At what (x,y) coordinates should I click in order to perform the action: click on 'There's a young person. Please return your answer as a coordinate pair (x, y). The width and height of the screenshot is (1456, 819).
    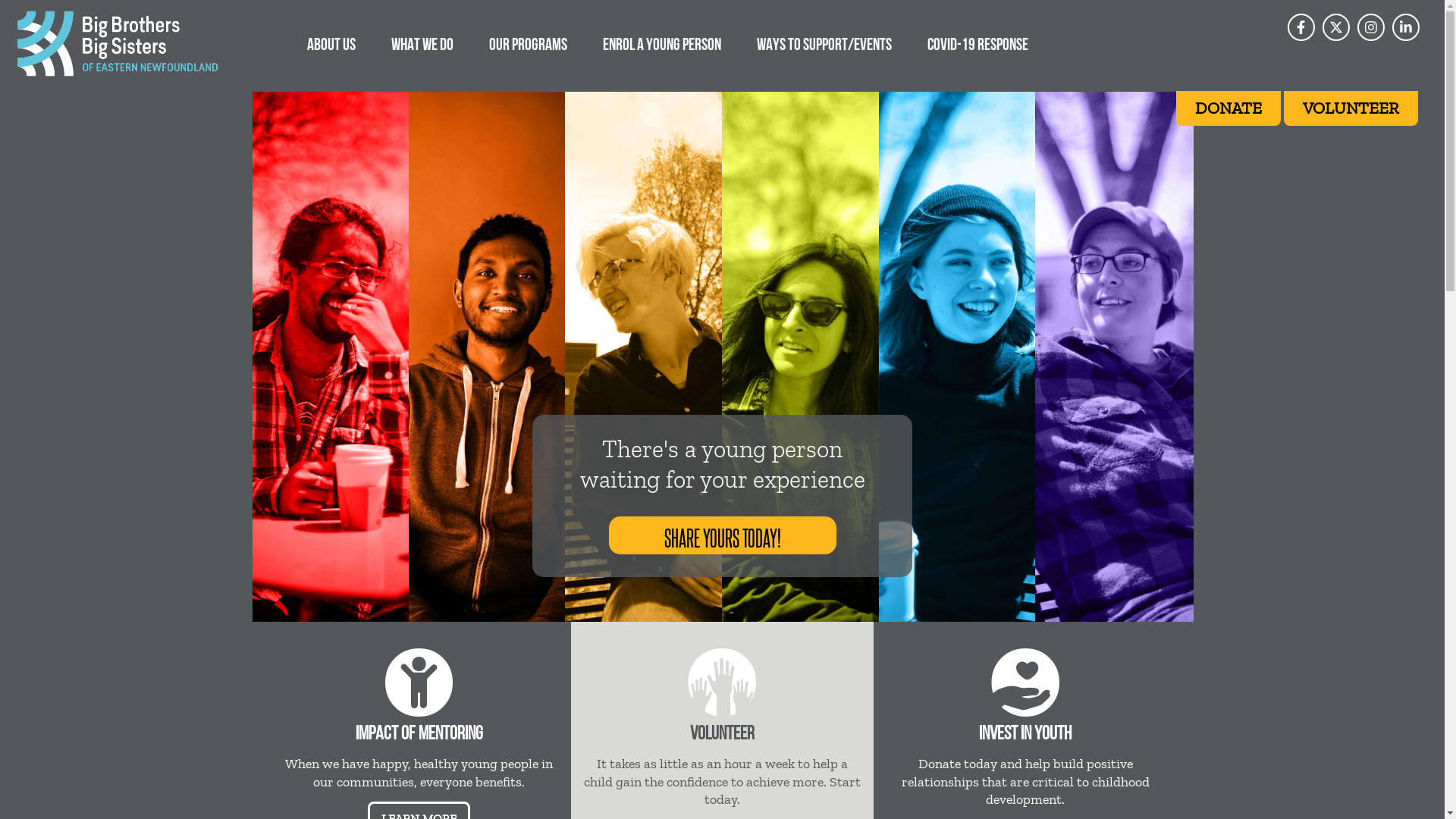
    Looking at the image, I should click on (720, 464).